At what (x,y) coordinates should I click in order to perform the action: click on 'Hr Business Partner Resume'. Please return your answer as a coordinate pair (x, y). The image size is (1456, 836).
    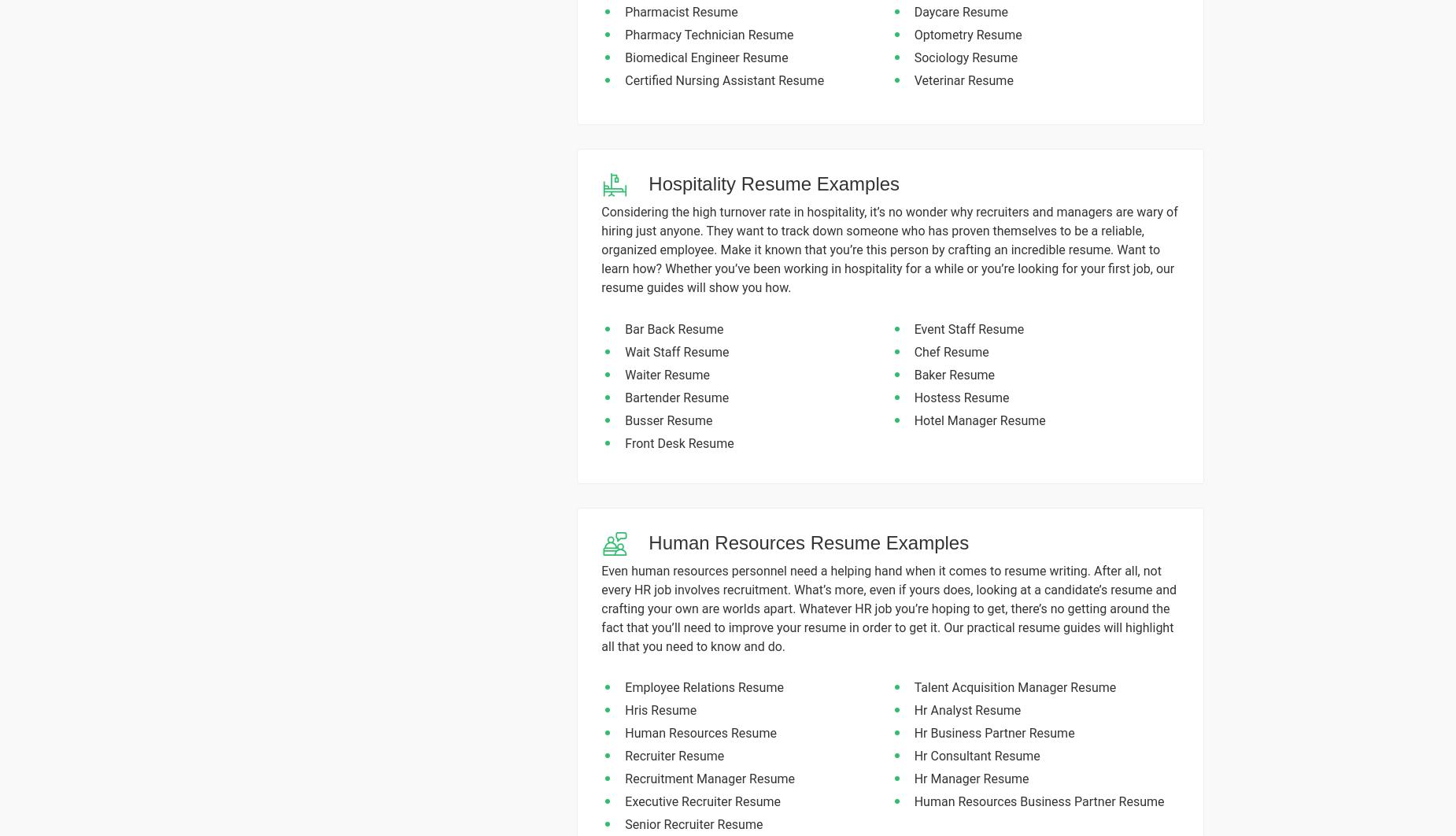
    Looking at the image, I should click on (992, 732).